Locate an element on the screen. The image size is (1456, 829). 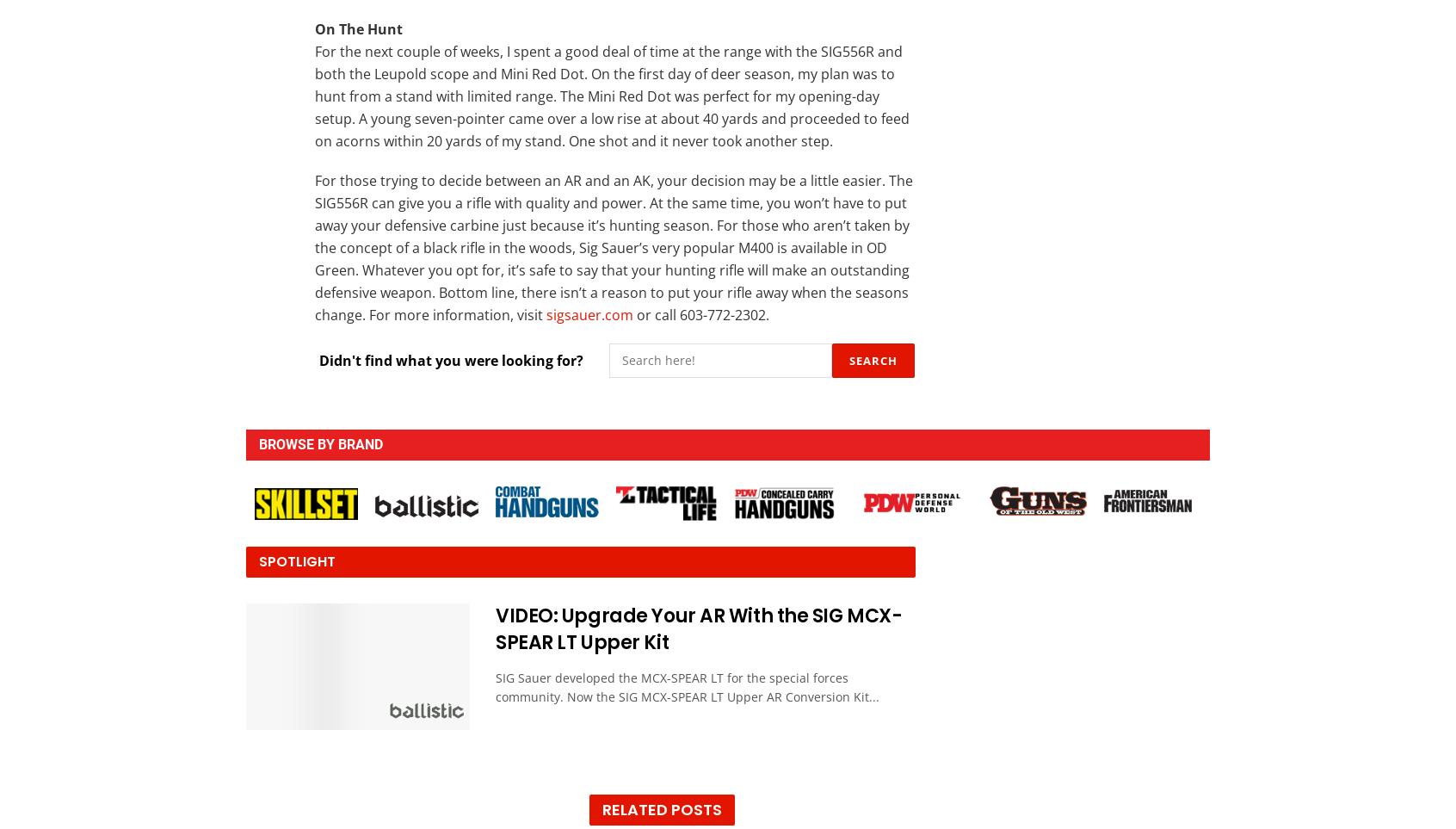
'For those trying to decide between an AR and an AK, your decision may be a little easier. The SIG556R can give you a rifle with quality and power. At the same time, you won’t have to put away your defensive carbine just because it’s hunting season. For those who aren’t taken by the concept of a black rifle in the woods, Sig Sauer’s very popular M400 is available in OD Green. Whatever you opt for, it’s safe to say that your hunting rifle will make an outstanding defensive weapon. Bottom line, there isn’t a reason to put your rifle away when the seasons change. For more information, visit' is located at coordinates (613, 245).